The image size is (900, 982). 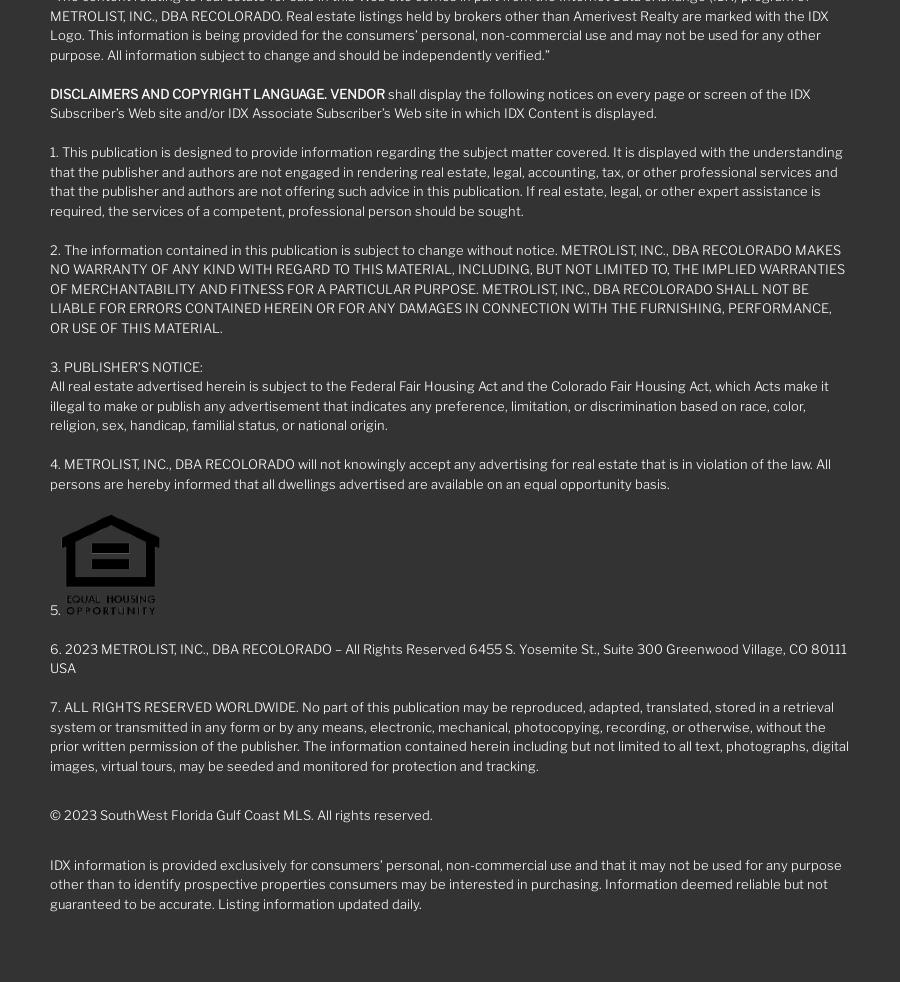 What do you see at coordinates (446, 179) in the screenshot?
I see `'1. This publication is designed to provide information regarding the subject matter covered. It is displayed with the understanding that the publisher and authors are not engaged in rendering real estate, legal, accounting, tax, or other professional services and that the publisher and authors are not offering such advice in this publication. If real estate, legal, or other expert assistance is required, the services of a competent, professional person should be sought.'` at bounding box center [446, 179].